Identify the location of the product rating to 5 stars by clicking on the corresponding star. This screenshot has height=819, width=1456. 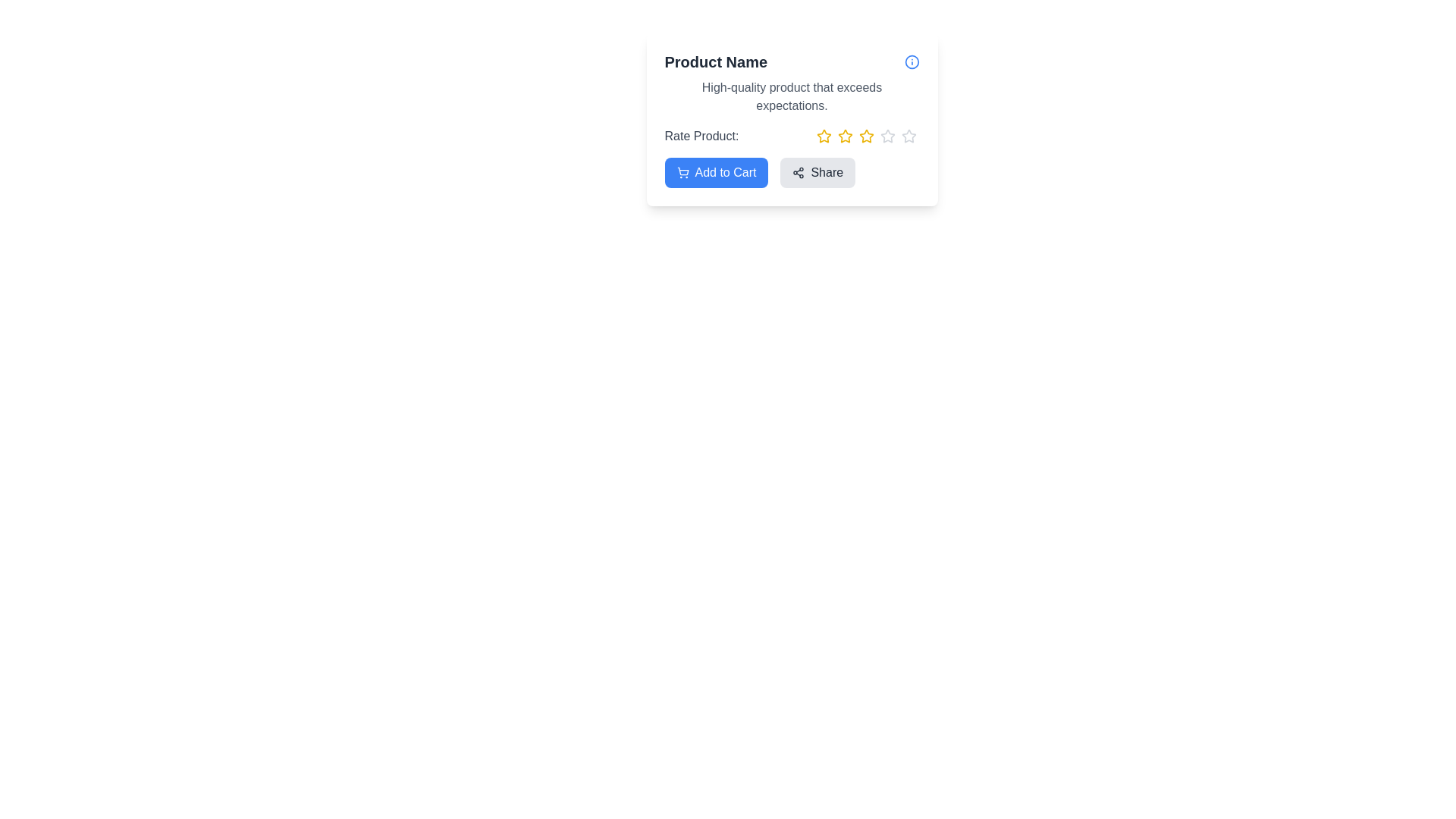
(908, 136).